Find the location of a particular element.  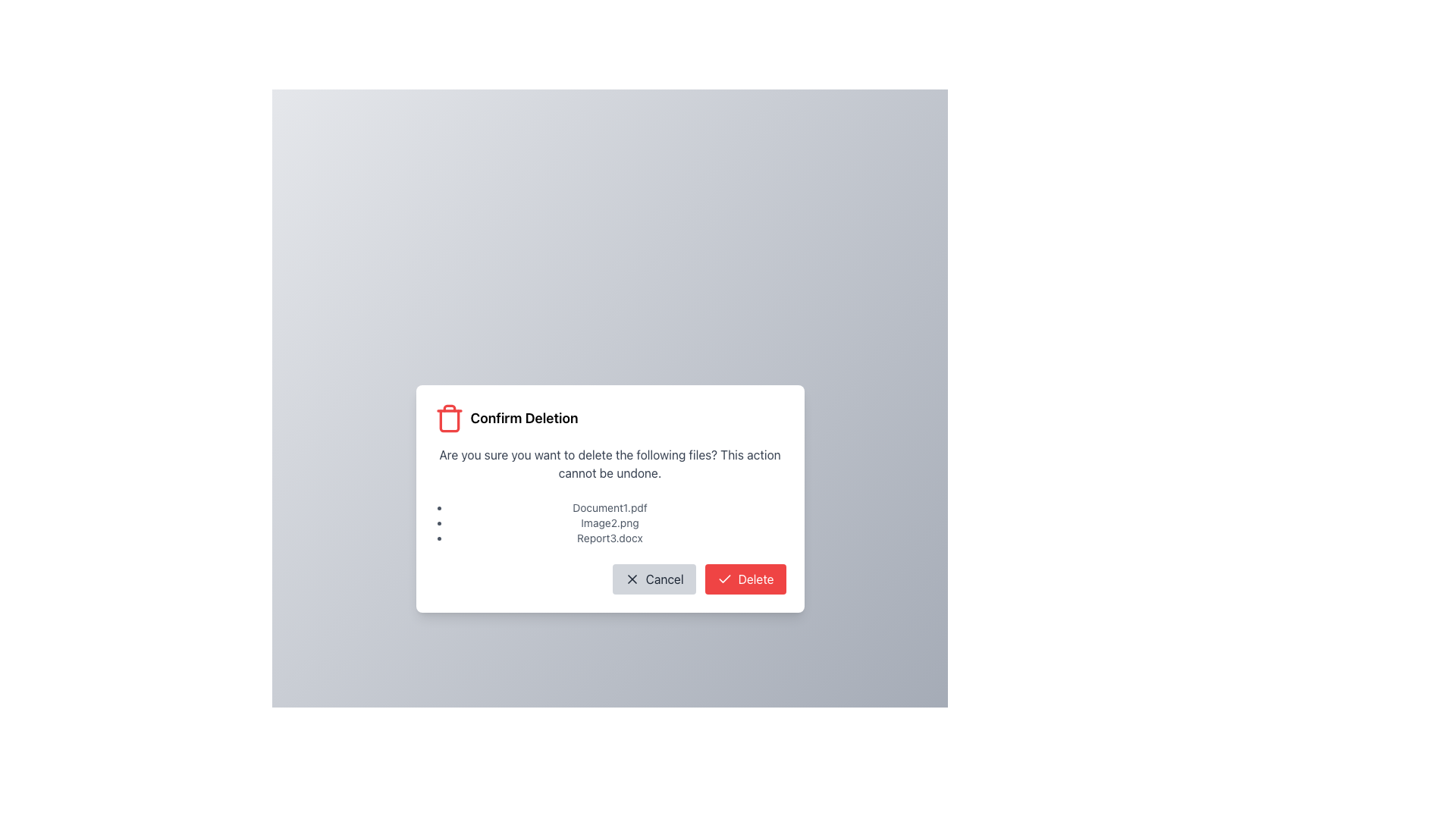

the small, compact 'X' icon located to the left of the 'Cancel' button in the bottom-left region of the dialog box is located at coordinates (632, 579).